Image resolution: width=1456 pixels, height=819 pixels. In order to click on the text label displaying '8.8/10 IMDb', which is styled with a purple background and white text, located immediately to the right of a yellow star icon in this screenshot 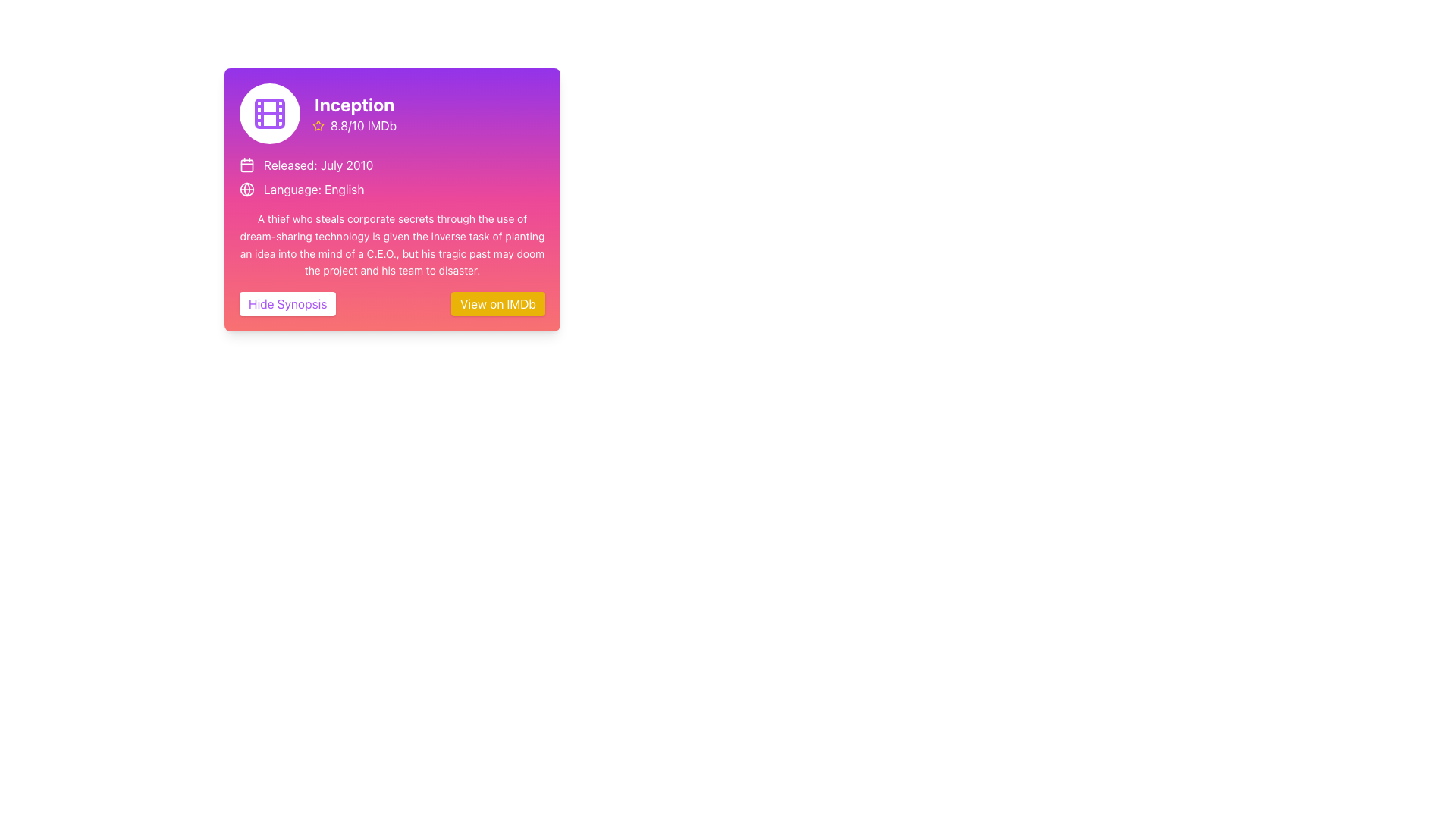, I will do `click(362, 124)`.